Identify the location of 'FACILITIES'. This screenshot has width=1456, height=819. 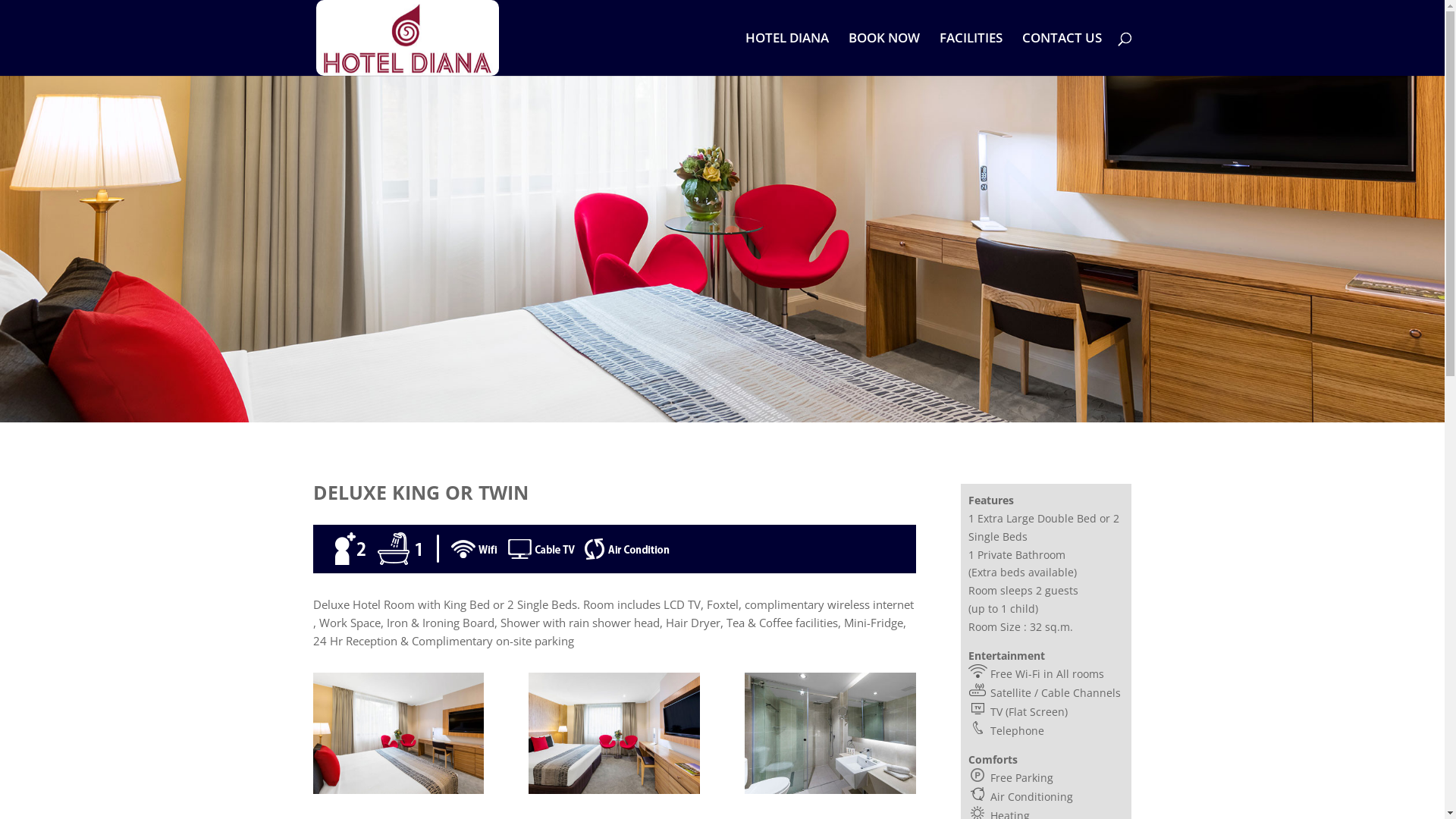
(969, 53).